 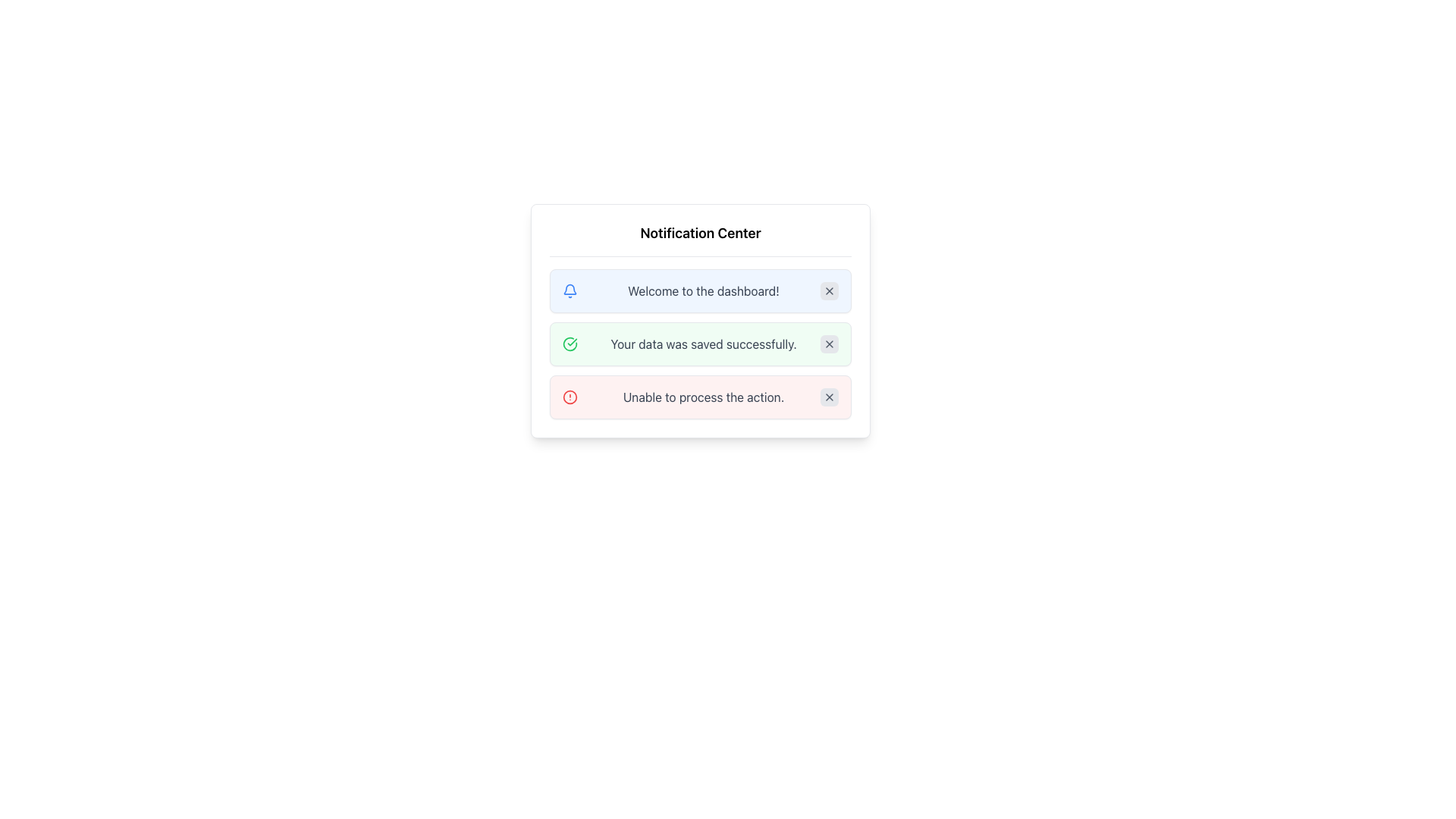 What do you see at coordinates (702, 344) in the screenshot?
I see `the static text displaying 'Your data was saved successfully.' which is centered within a green notification card` at bounding box center [702, 344].